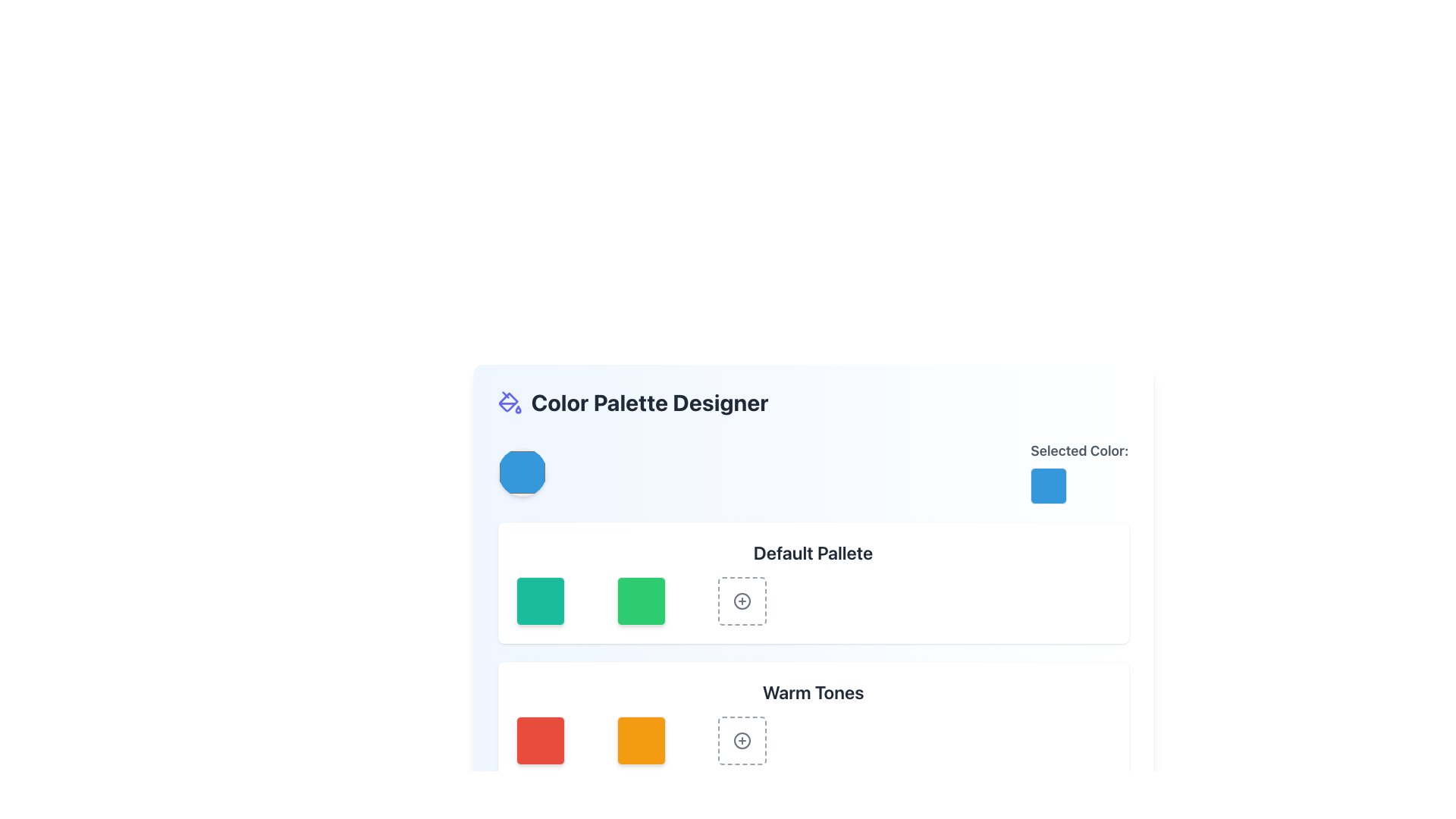 This screenshot has width=1456, height=819. I want to click on the square interactive button with dashed borders and a centered '+' icon, so click(742, 739).